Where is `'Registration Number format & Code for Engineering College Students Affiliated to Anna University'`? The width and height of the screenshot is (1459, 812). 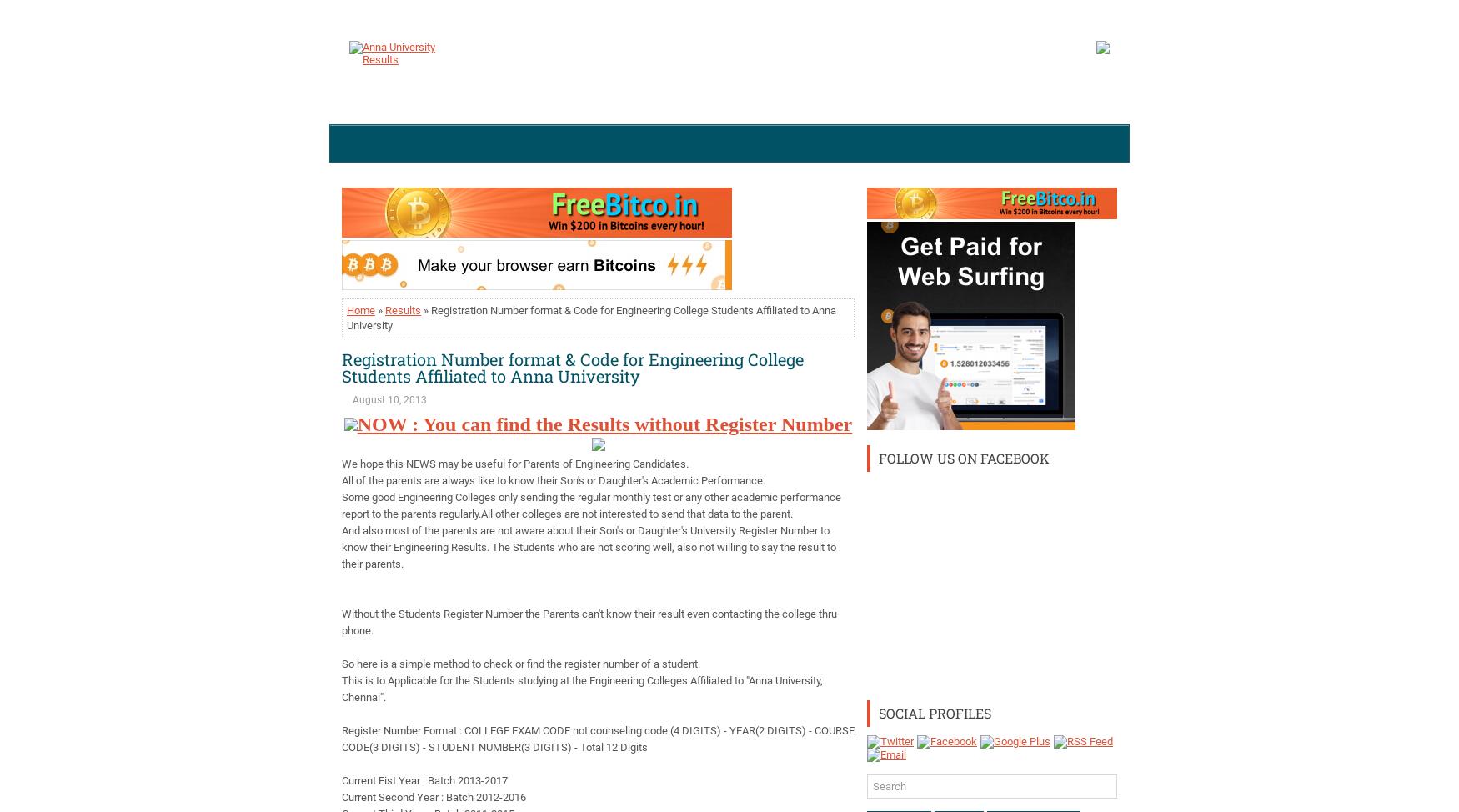
'Registration Number format & Code for Engineering College Students Affiliated to Anna University' is located at coordinates (572, 367).